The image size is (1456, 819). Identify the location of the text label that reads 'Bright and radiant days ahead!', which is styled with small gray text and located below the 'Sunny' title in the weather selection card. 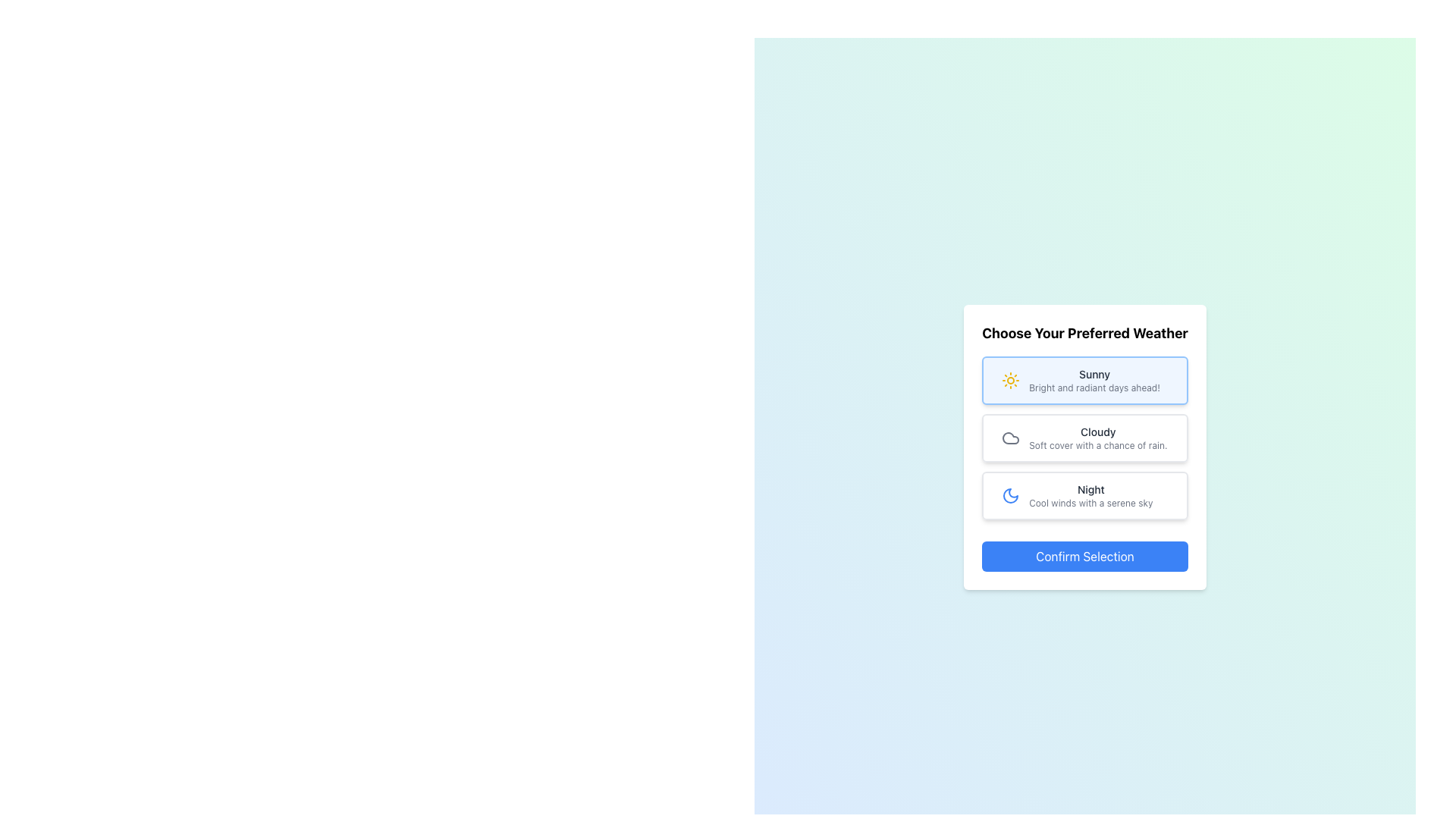
(1094, 388).